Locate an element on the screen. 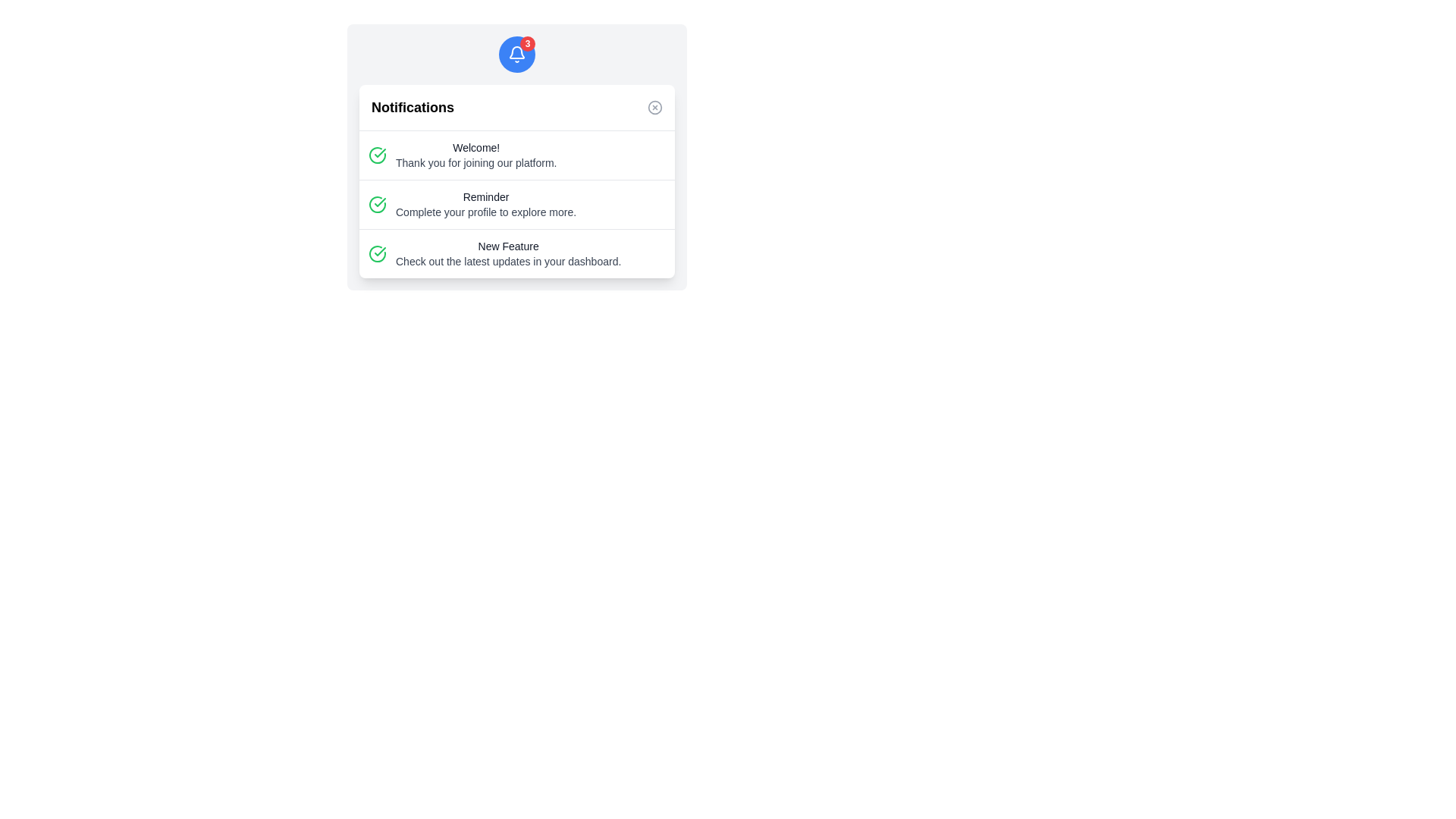 The width and height of the screenshot is (1456, 819). informational text located in the notification section under 'New Feature', positioned towards the bottom of the list of notifications is located at coordinates (508, 260).